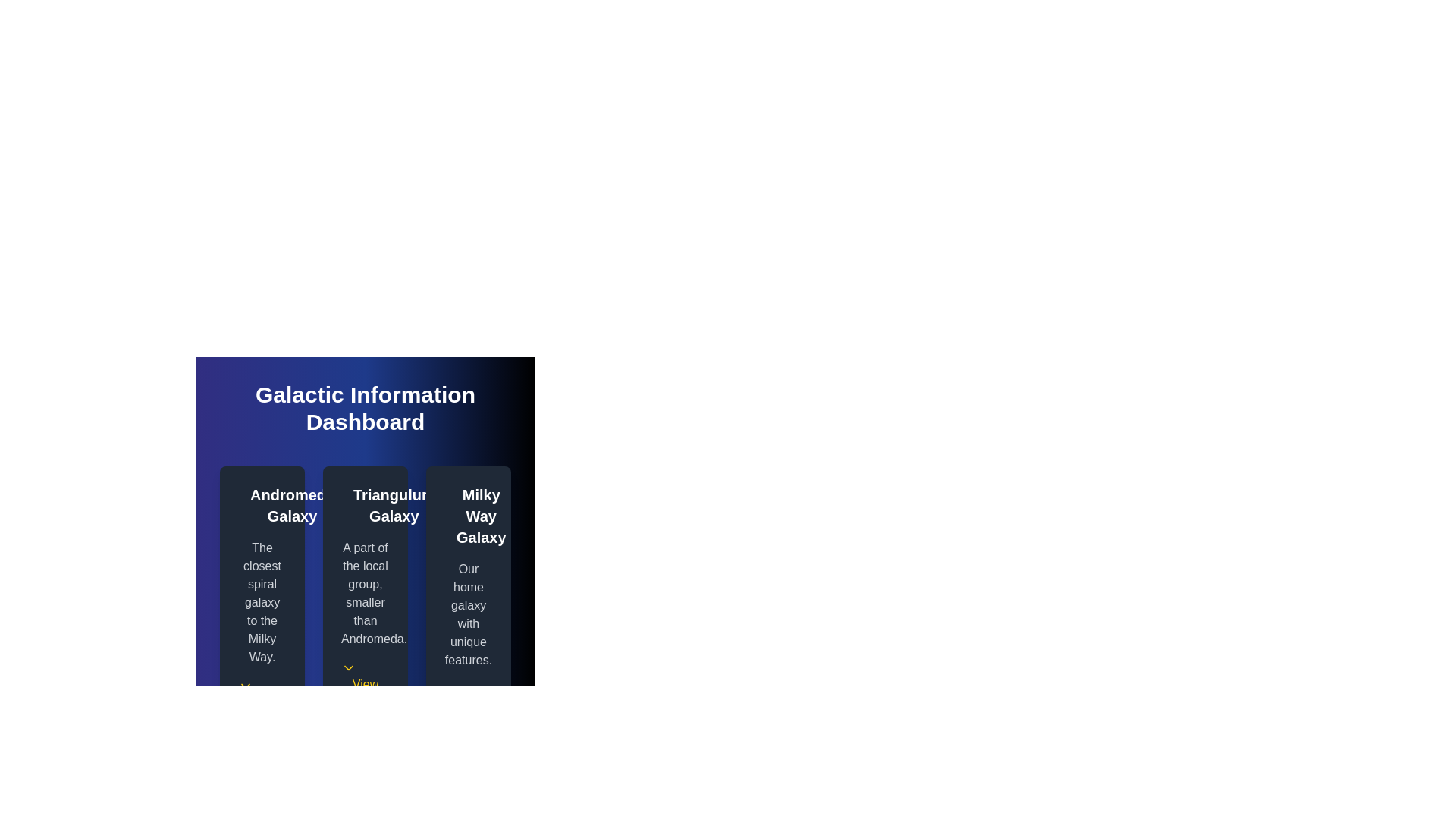 This screenshot has height=819, width=1456. What do you see at coordinates (292, 506) in the screenshot?
I see `the text label displaying 'Andromeda Galaxy' in a large, bold serif font, which is prominently positioned at the top of its column` at bounding box center [292, 506].